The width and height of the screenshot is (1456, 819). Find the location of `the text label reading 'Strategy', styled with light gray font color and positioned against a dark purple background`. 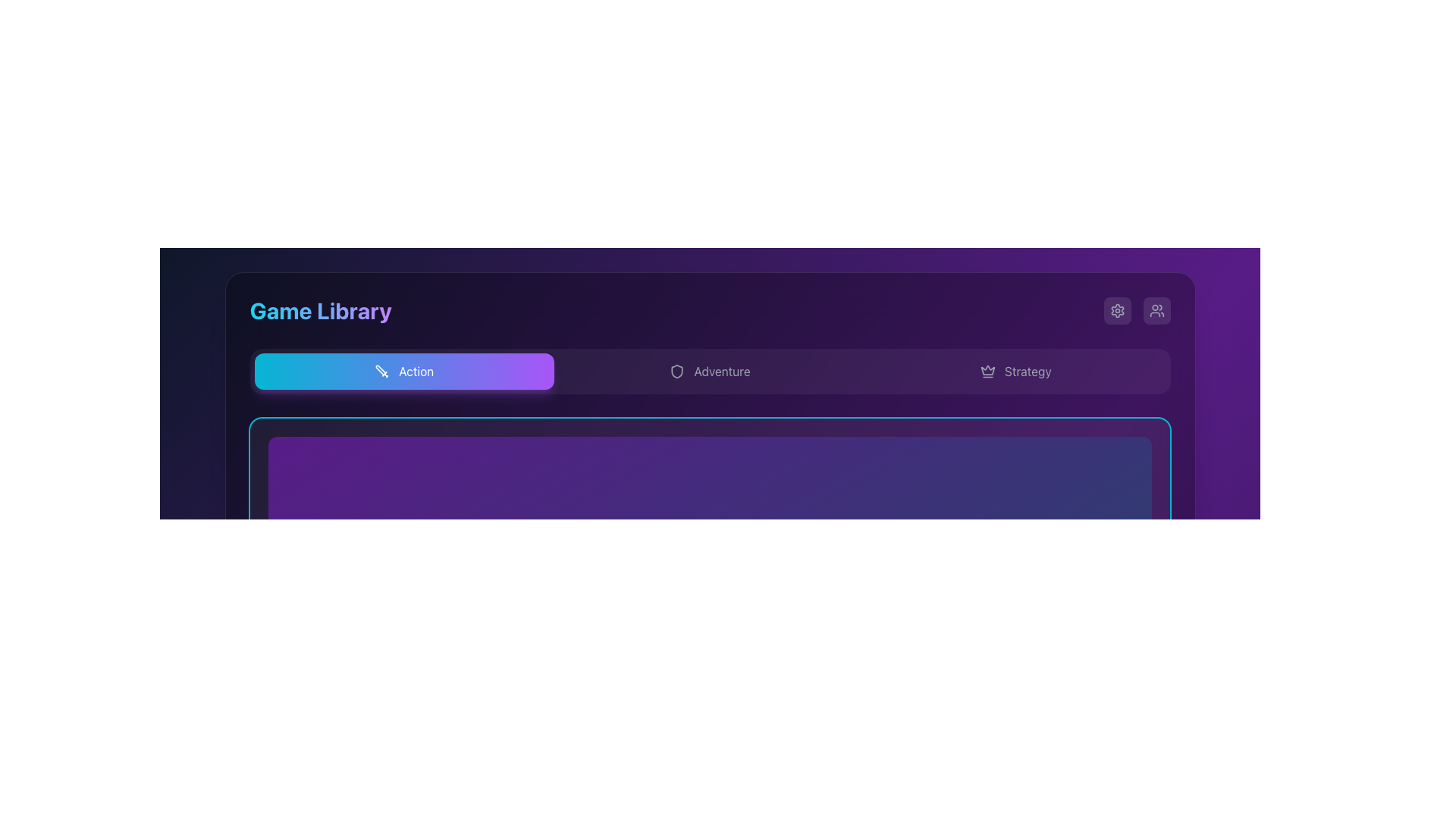

the text label reading 'Strategy', styled with light gray font color and positioned against a dark purple background is located at coordinates (1028, 371).